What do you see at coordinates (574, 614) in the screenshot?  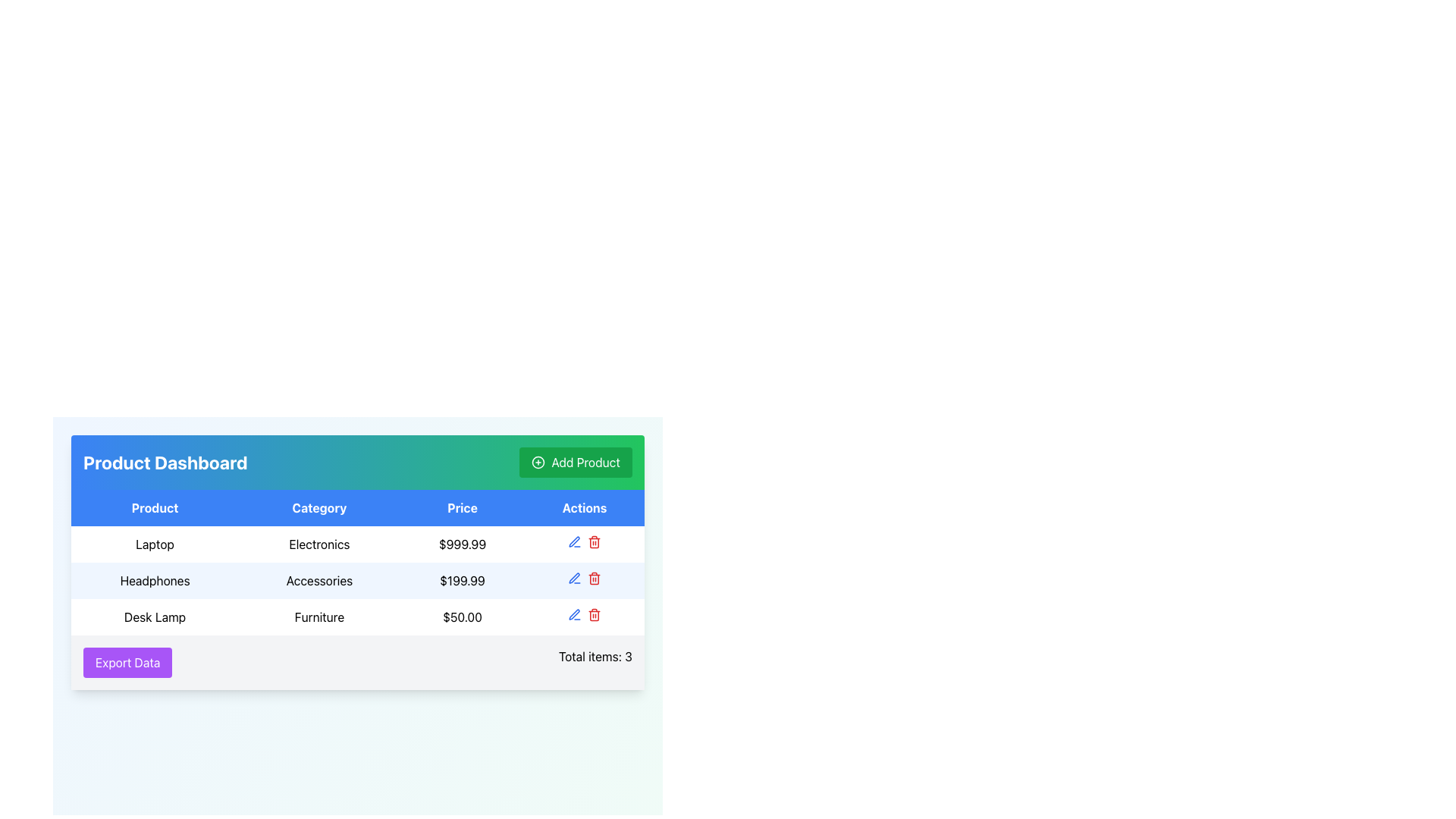 I see `the edit button located in the 'Actions' column of the last row in the table for the 'Desk Lamp' product` at bounding box center [574, 614].